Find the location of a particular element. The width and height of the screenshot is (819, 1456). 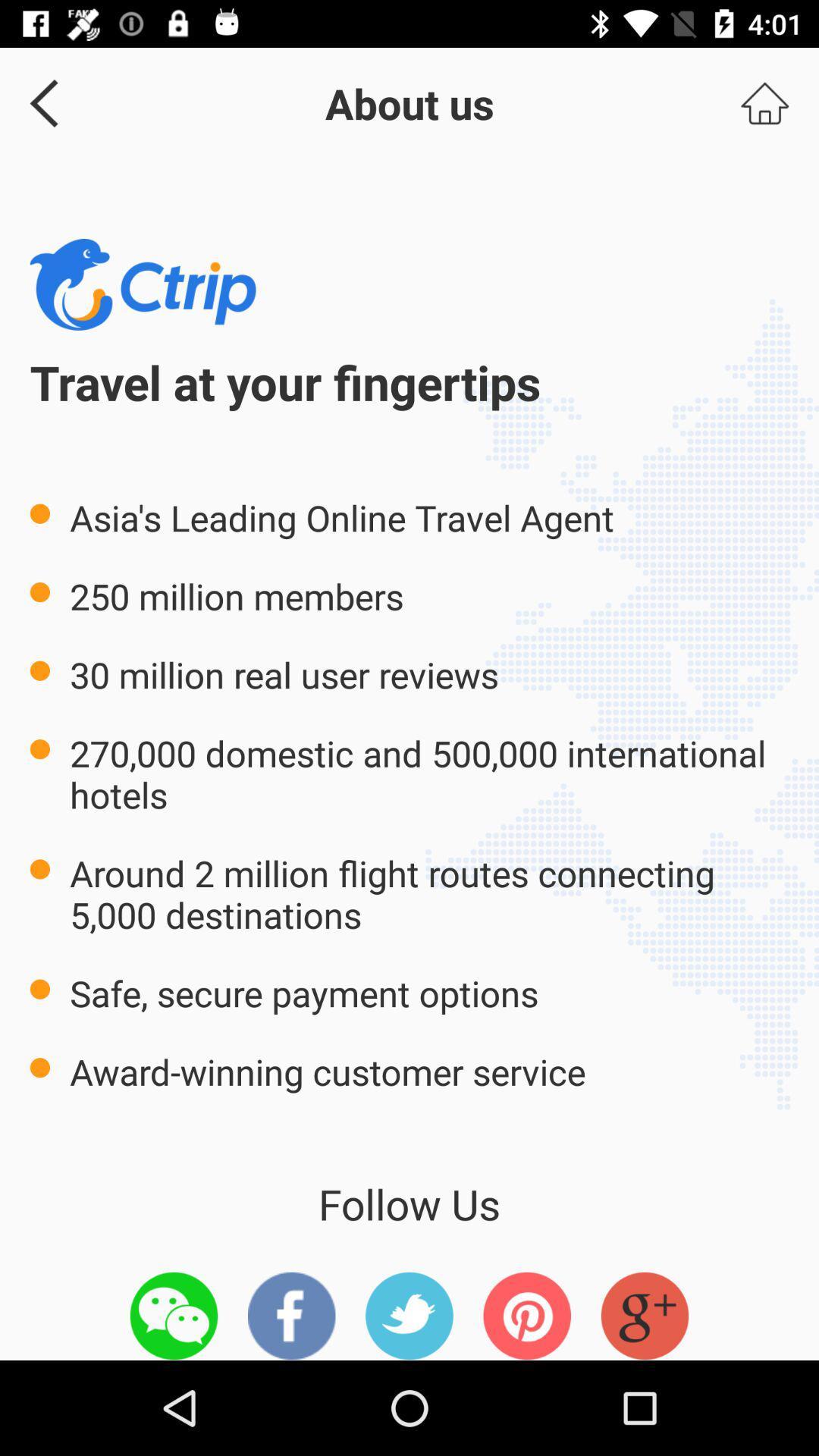

follow us on whatsapp is located at coordinates (173, 1315).